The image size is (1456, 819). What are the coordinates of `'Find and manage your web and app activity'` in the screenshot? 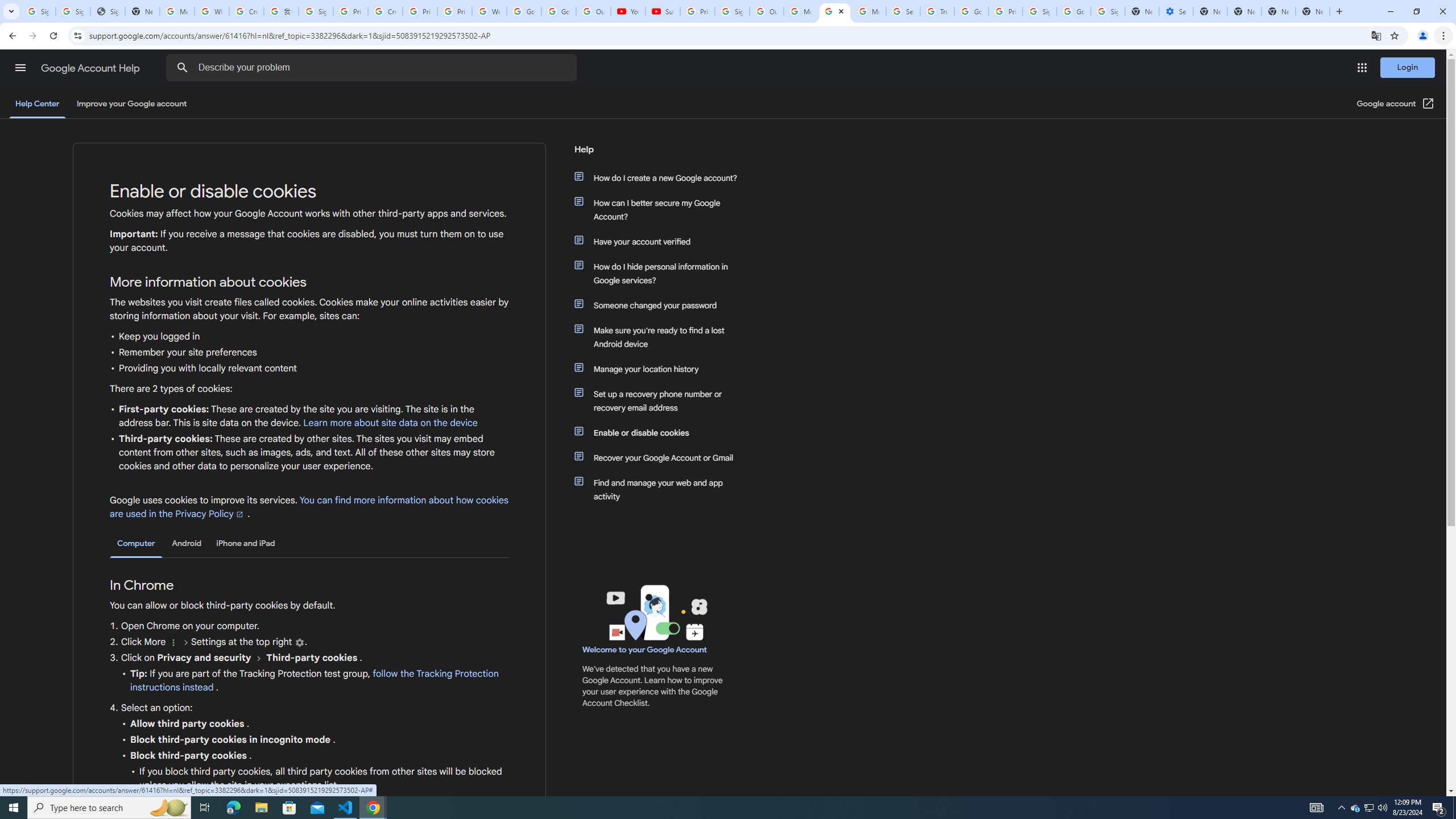 It's located at (661, 490).